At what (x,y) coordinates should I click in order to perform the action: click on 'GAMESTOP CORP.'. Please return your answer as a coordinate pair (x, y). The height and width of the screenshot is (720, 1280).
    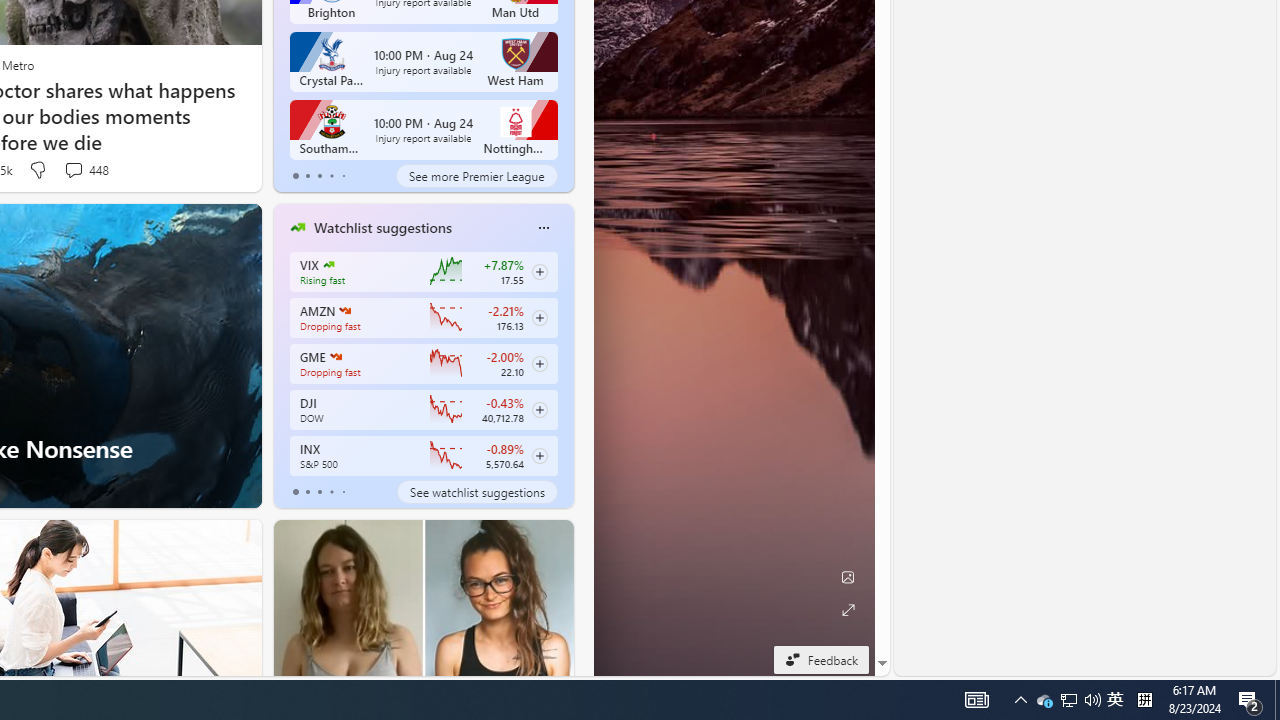
    Looking at the image, I should click on (335, 356).